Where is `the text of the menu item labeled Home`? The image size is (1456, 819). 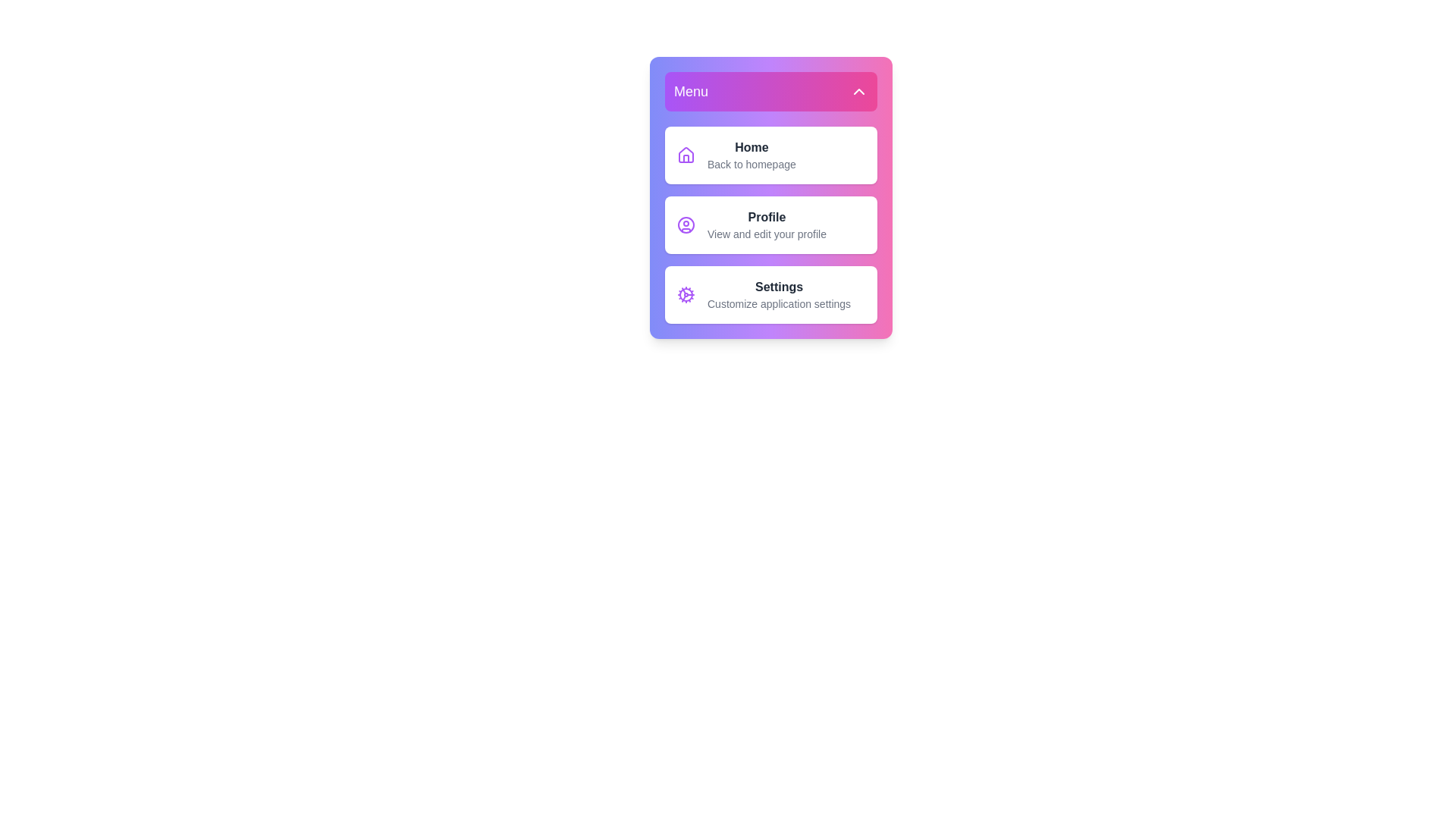 the text of the menu item labeled Home is located at coordinates (771, 155).